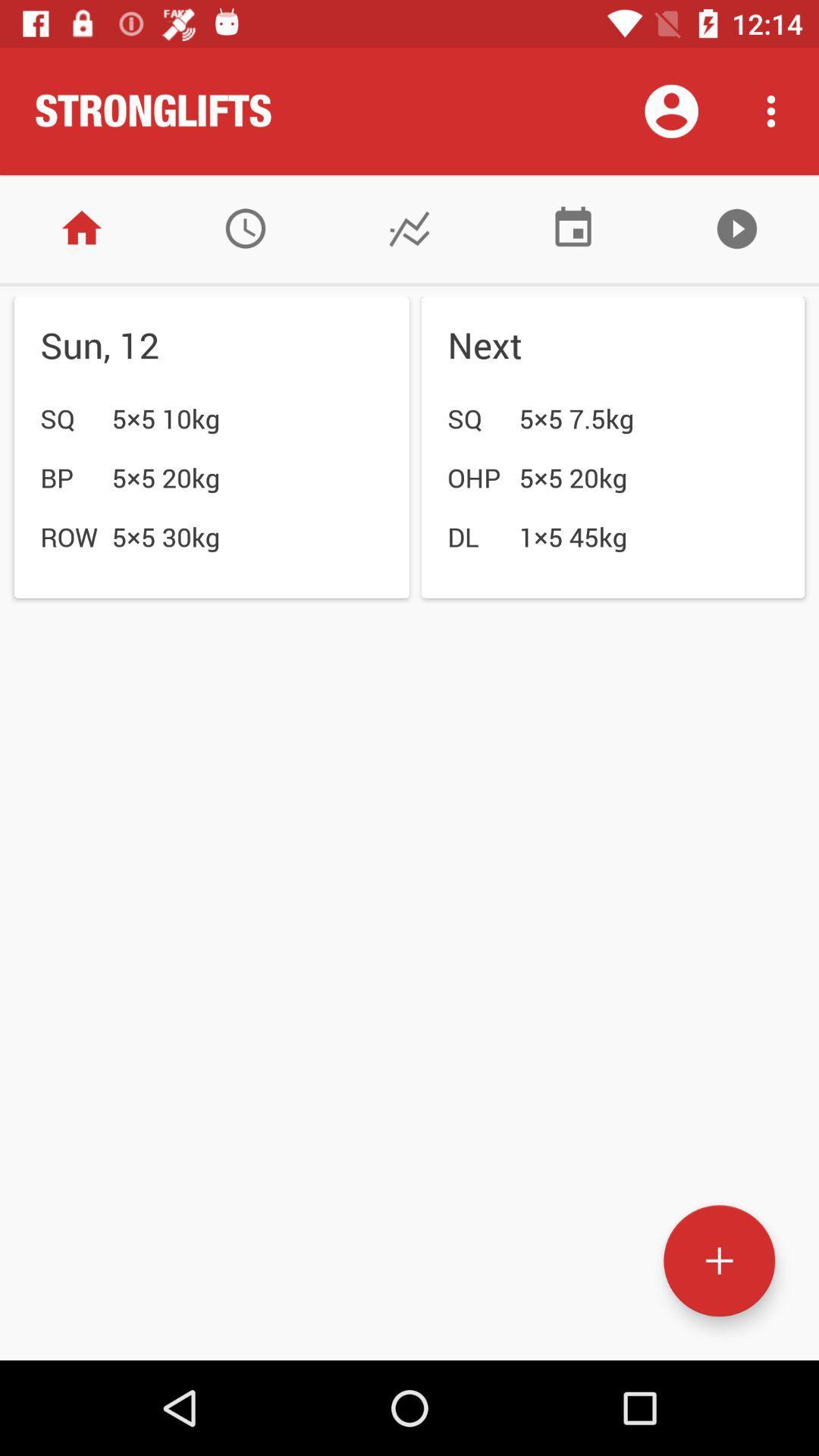 The image size is (819, 1456). Describe the element at coordinates (573, 227) in the screenshot. I see `switch to calender` at that location.